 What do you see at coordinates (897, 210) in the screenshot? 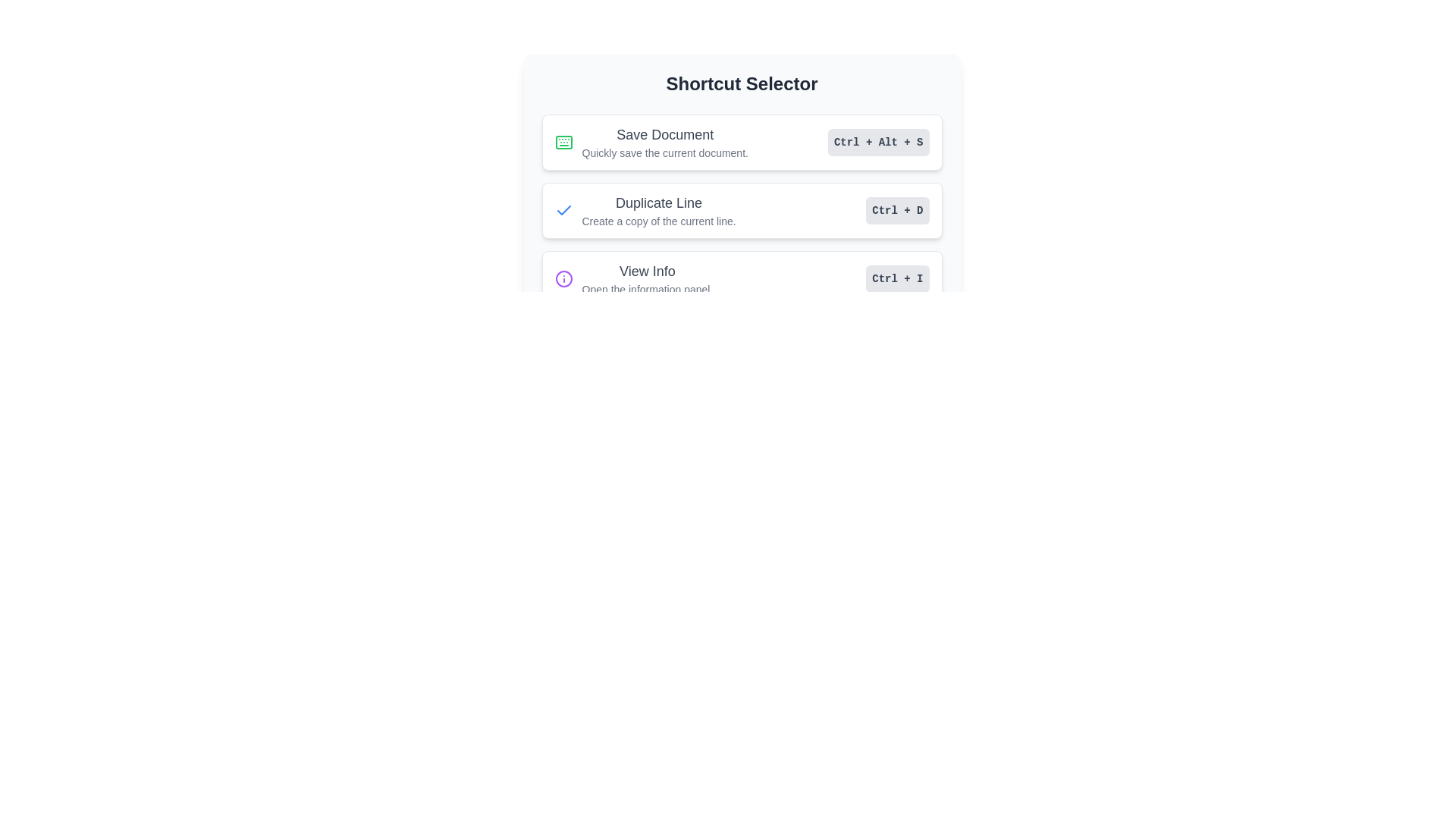
I see `the 'Ctrl + D' text label within the shortcut key indicator box located on the right side of the 'Duplicate Line' option in the Shortcut Selector menu` at bounding box center [897, 210].